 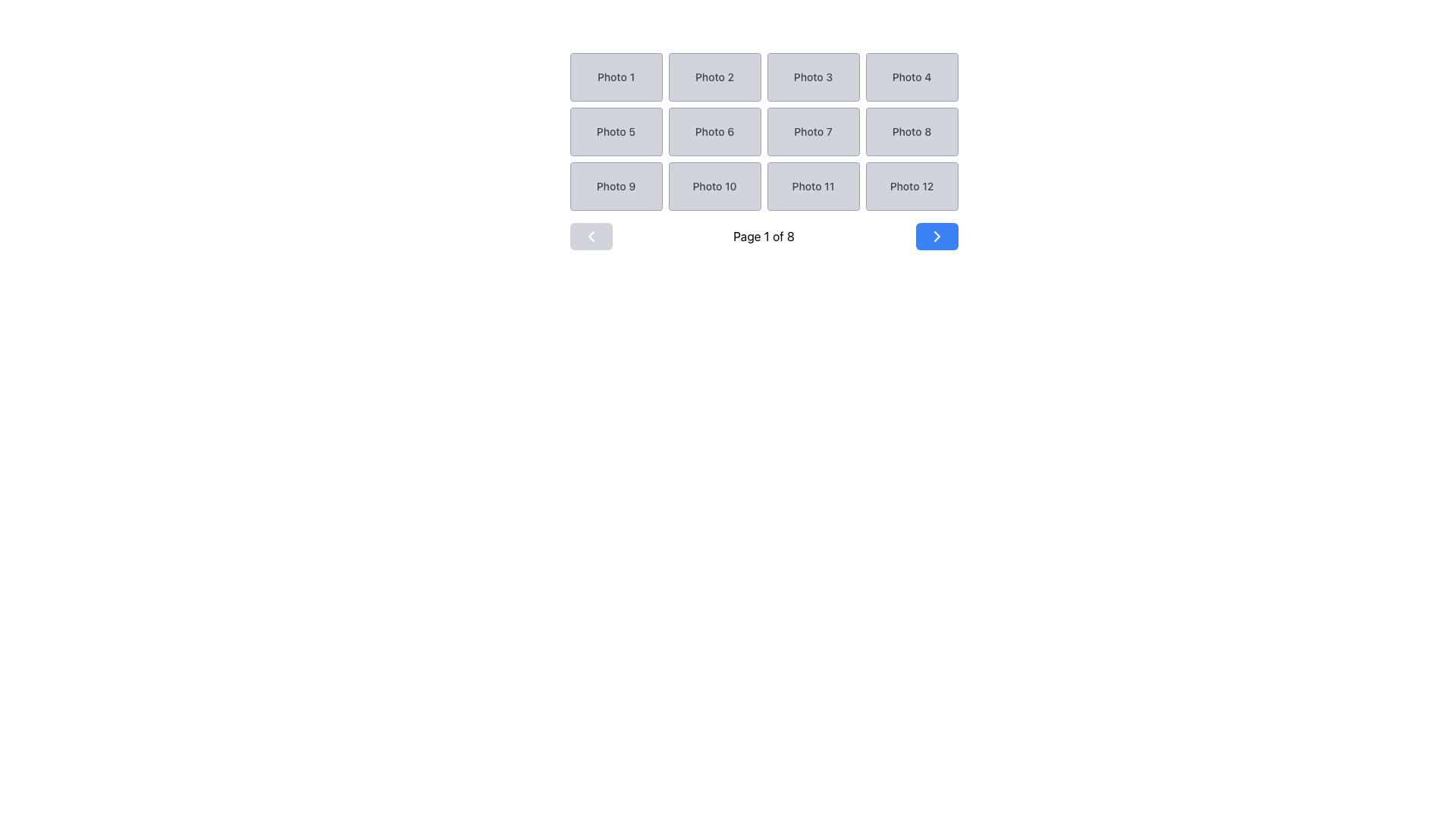 What do you see at coordinates (936, 237) in the screenshot?
I see `the rightward-pointing chevron icon with a light-colored outline on a blue background located at the bottom right corner of the layout` at bounding box center [936, 237].